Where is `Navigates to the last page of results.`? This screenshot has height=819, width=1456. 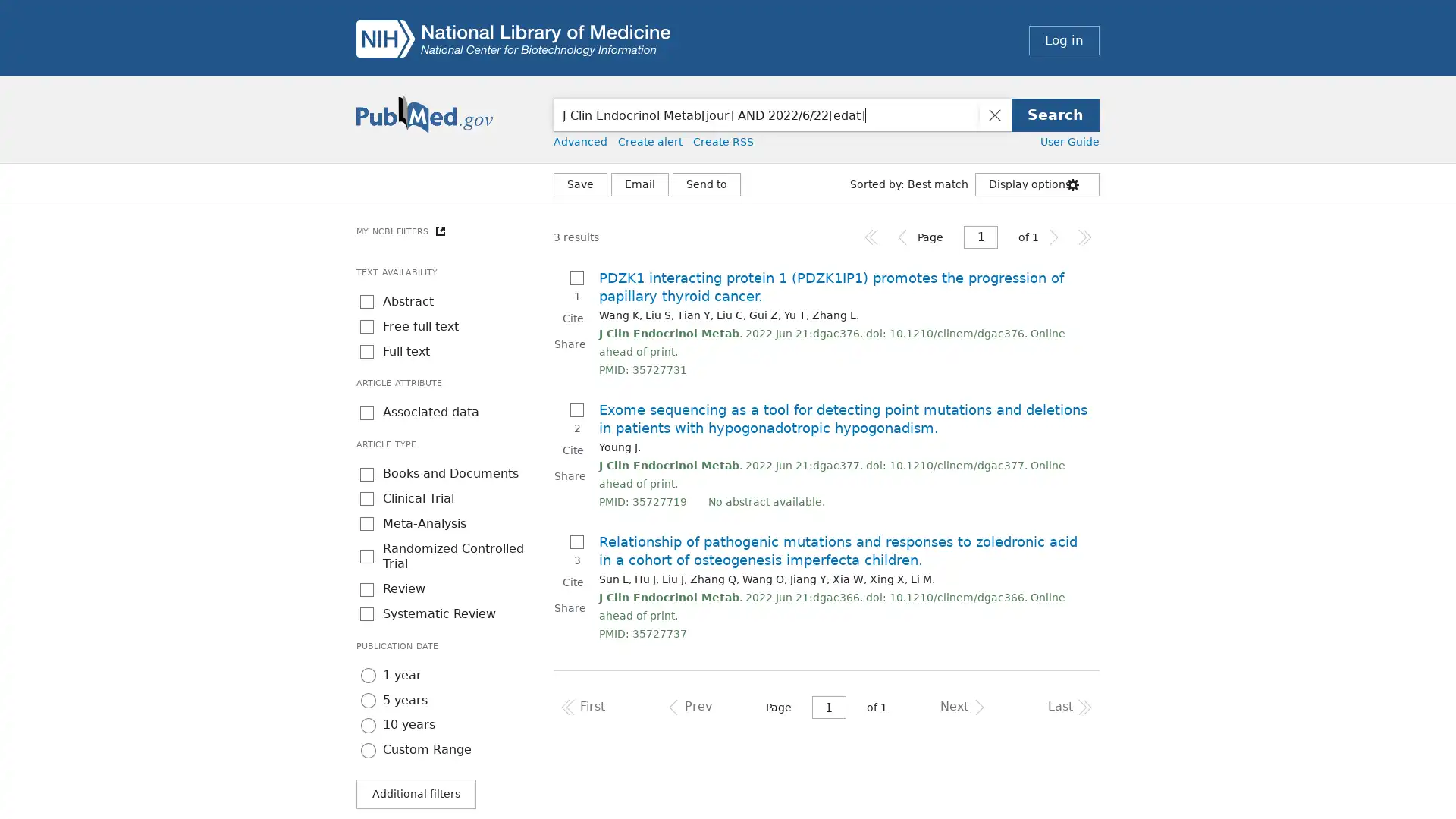
Navigates to the last page of results. is located at coordinates (1084, 237).